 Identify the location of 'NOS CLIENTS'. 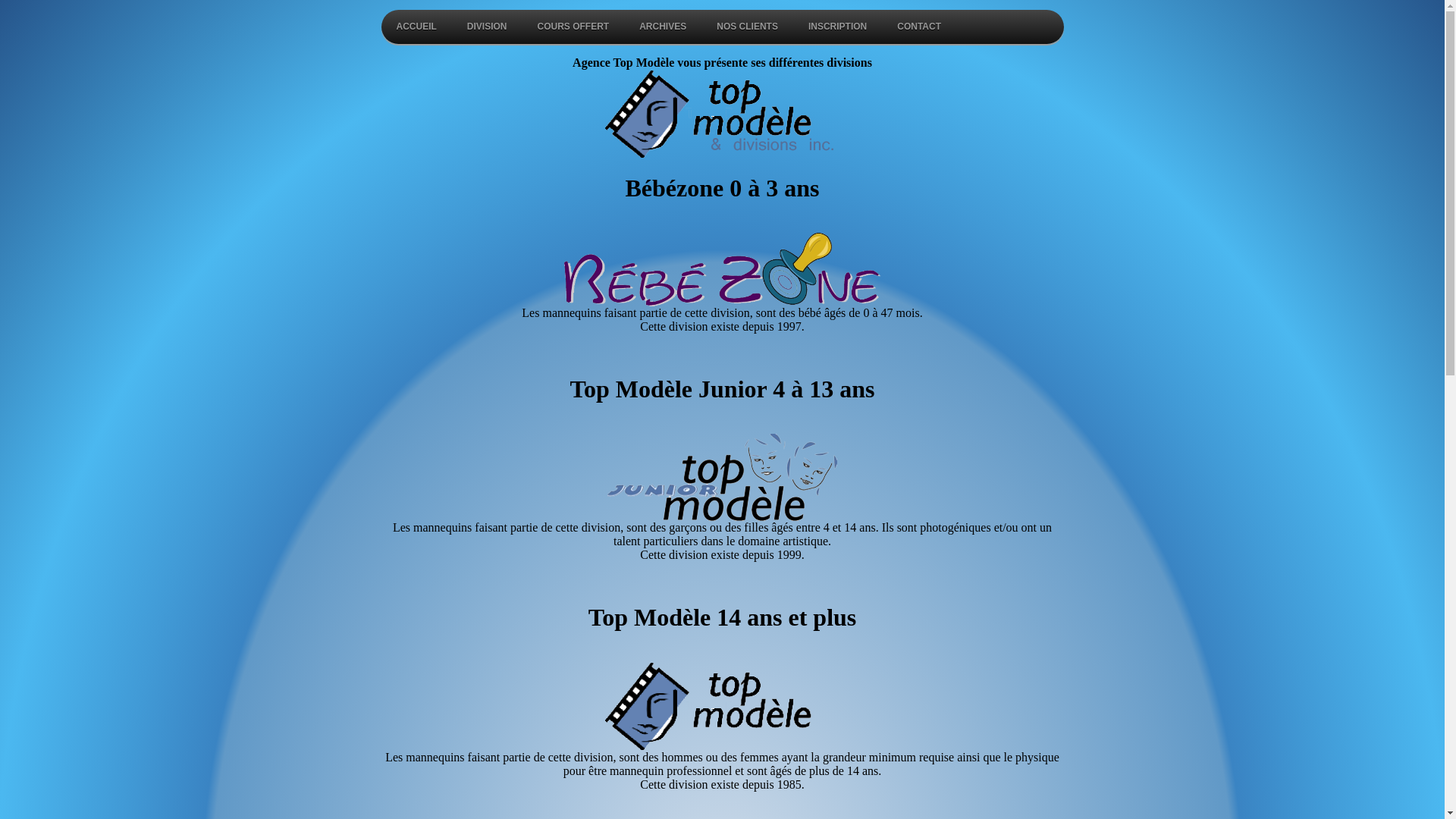
(747, 27).